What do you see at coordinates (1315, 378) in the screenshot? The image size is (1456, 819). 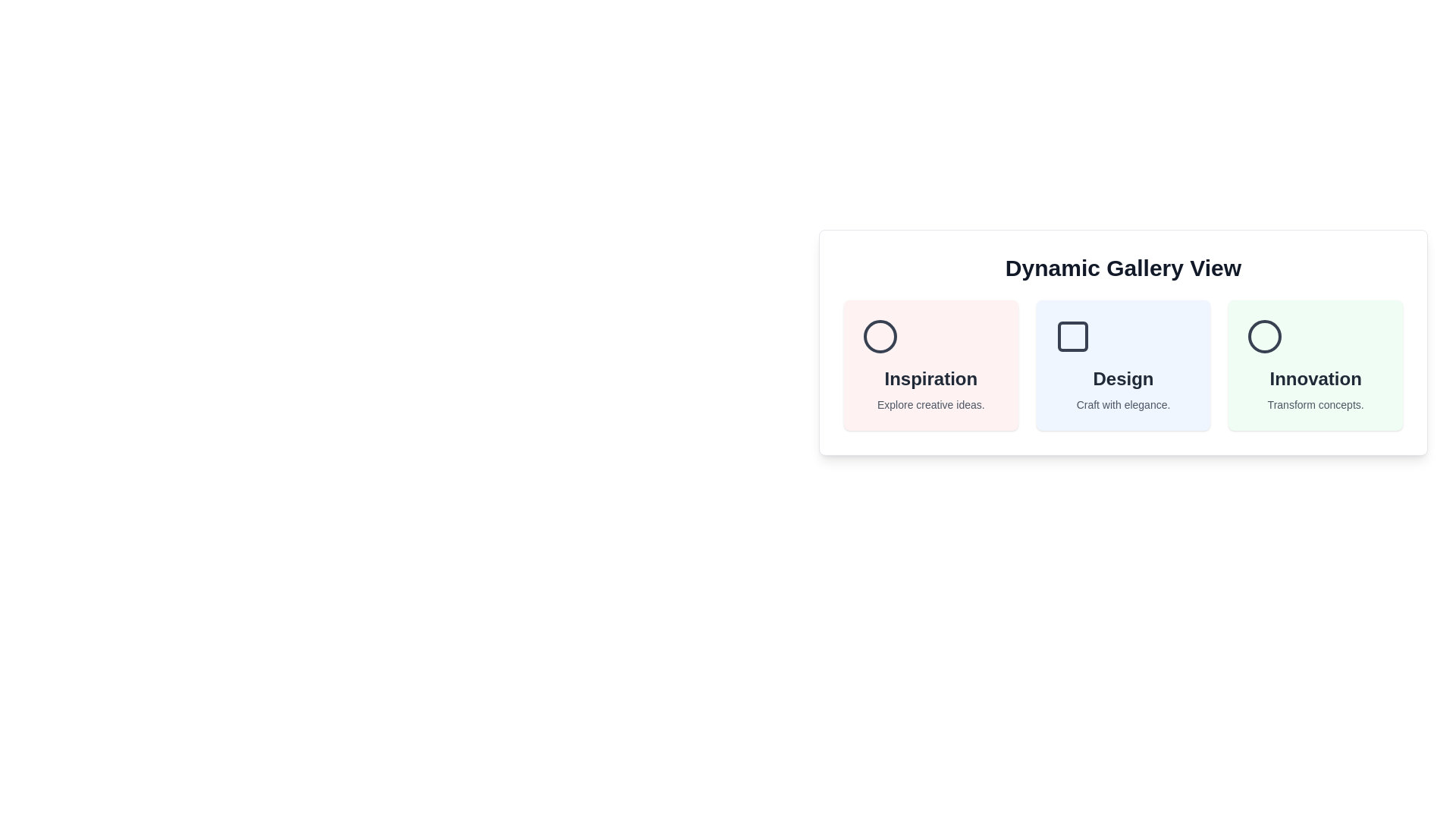 I see `the 'Innovation' heading within the green-tinted card on the right side of the three horizontally aligned cards` at bounding box center [1315, 378].